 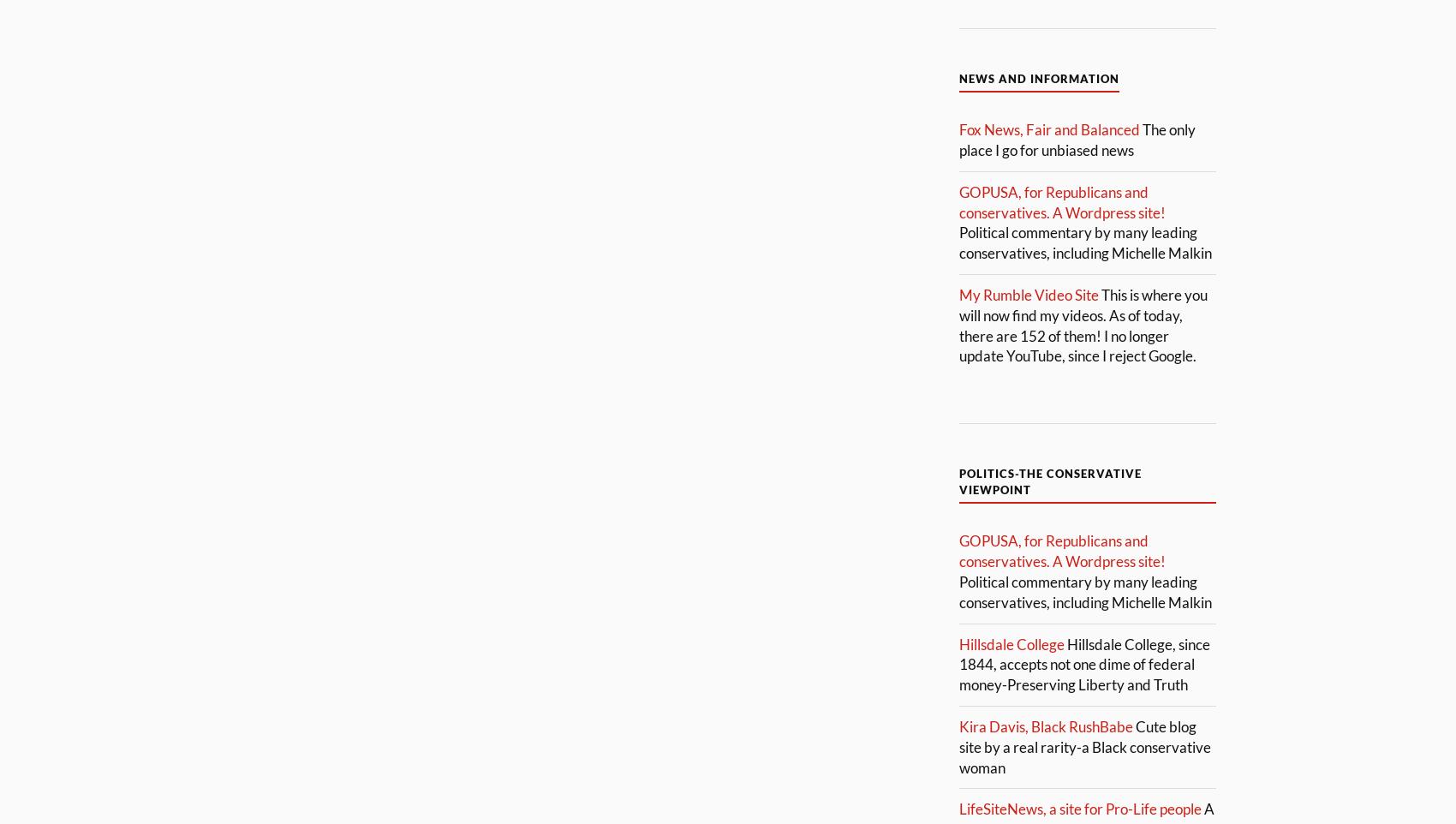 I want to click on 'Fox News, Fair and Balanced', so click(x=1048, y=129).